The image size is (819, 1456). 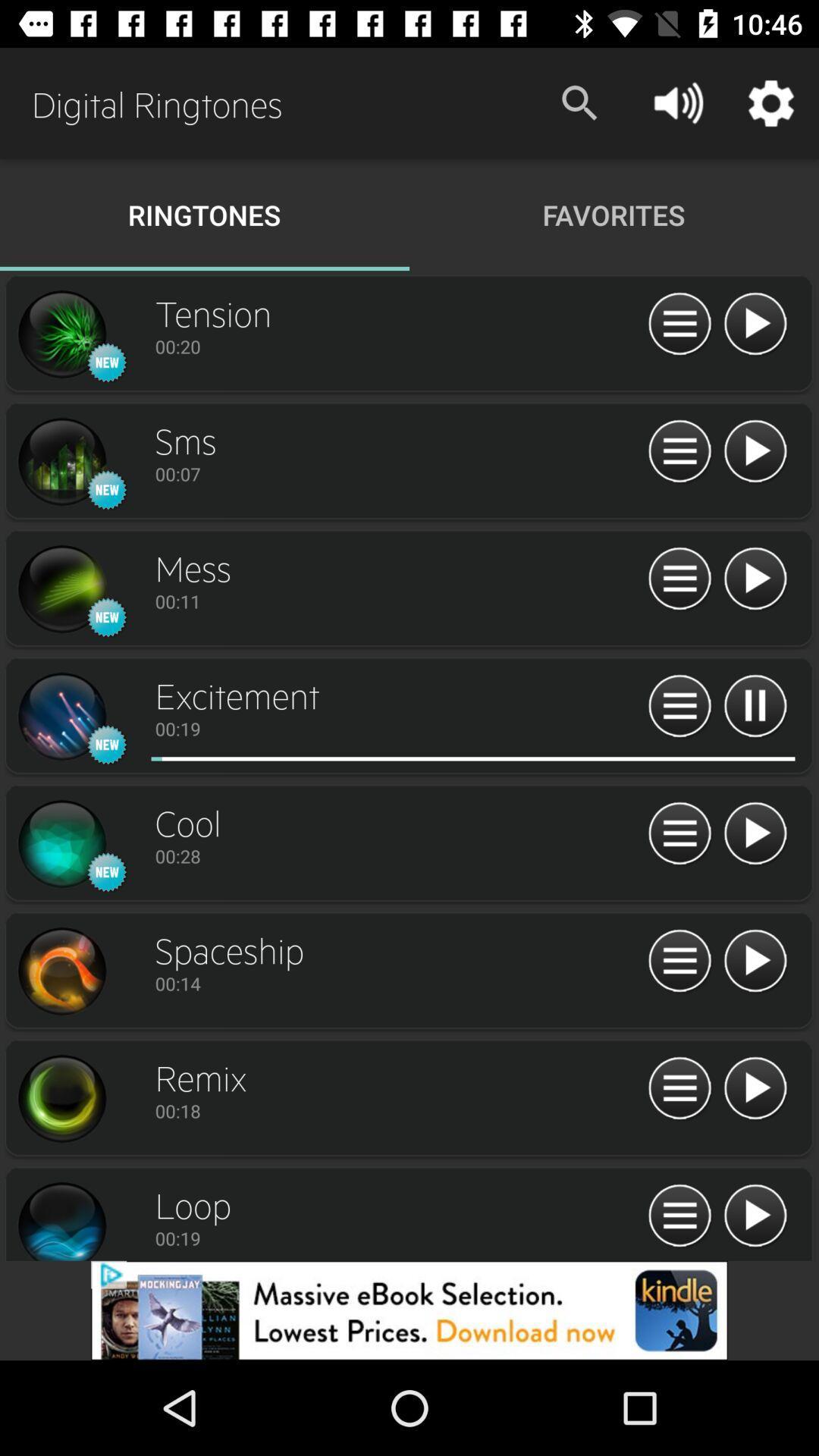 I want to click on menu icon, so click(x=679, y=1216).